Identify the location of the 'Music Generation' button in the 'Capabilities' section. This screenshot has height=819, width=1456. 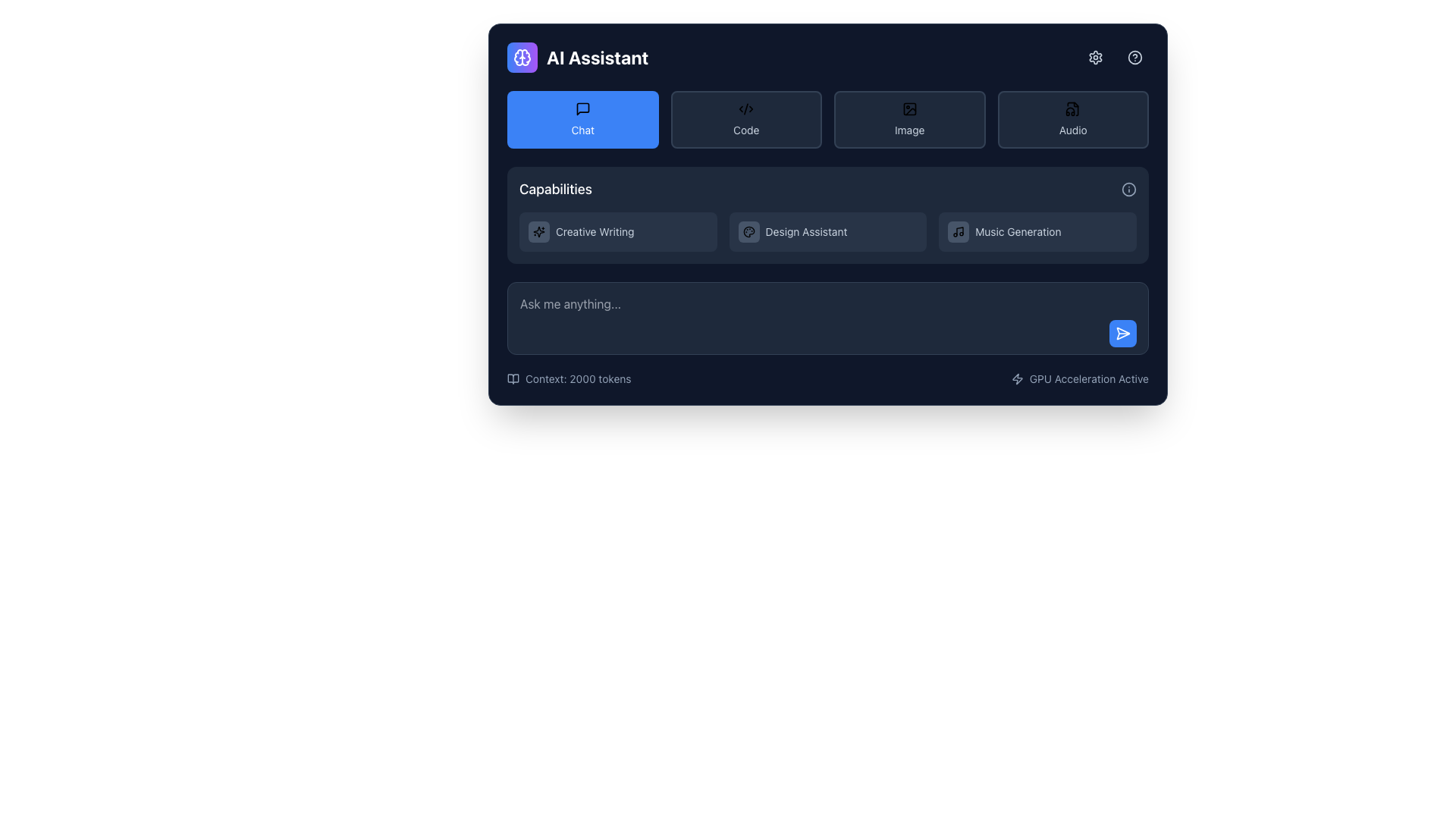
(1037, 231).